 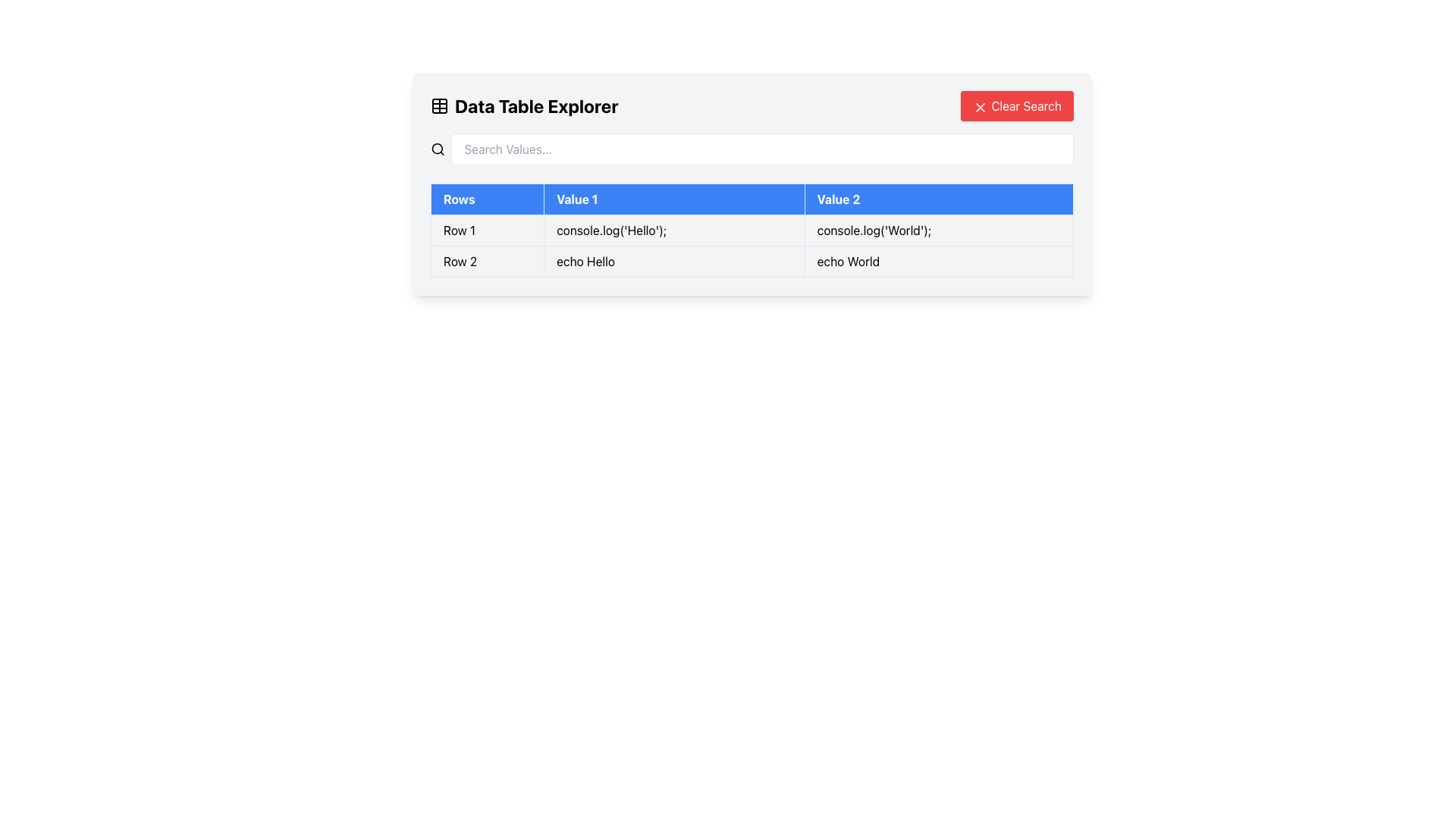 I want to click on the search icon positioned immediately to the left of the 'Search Values...' input field, so click(x=437, y=149).